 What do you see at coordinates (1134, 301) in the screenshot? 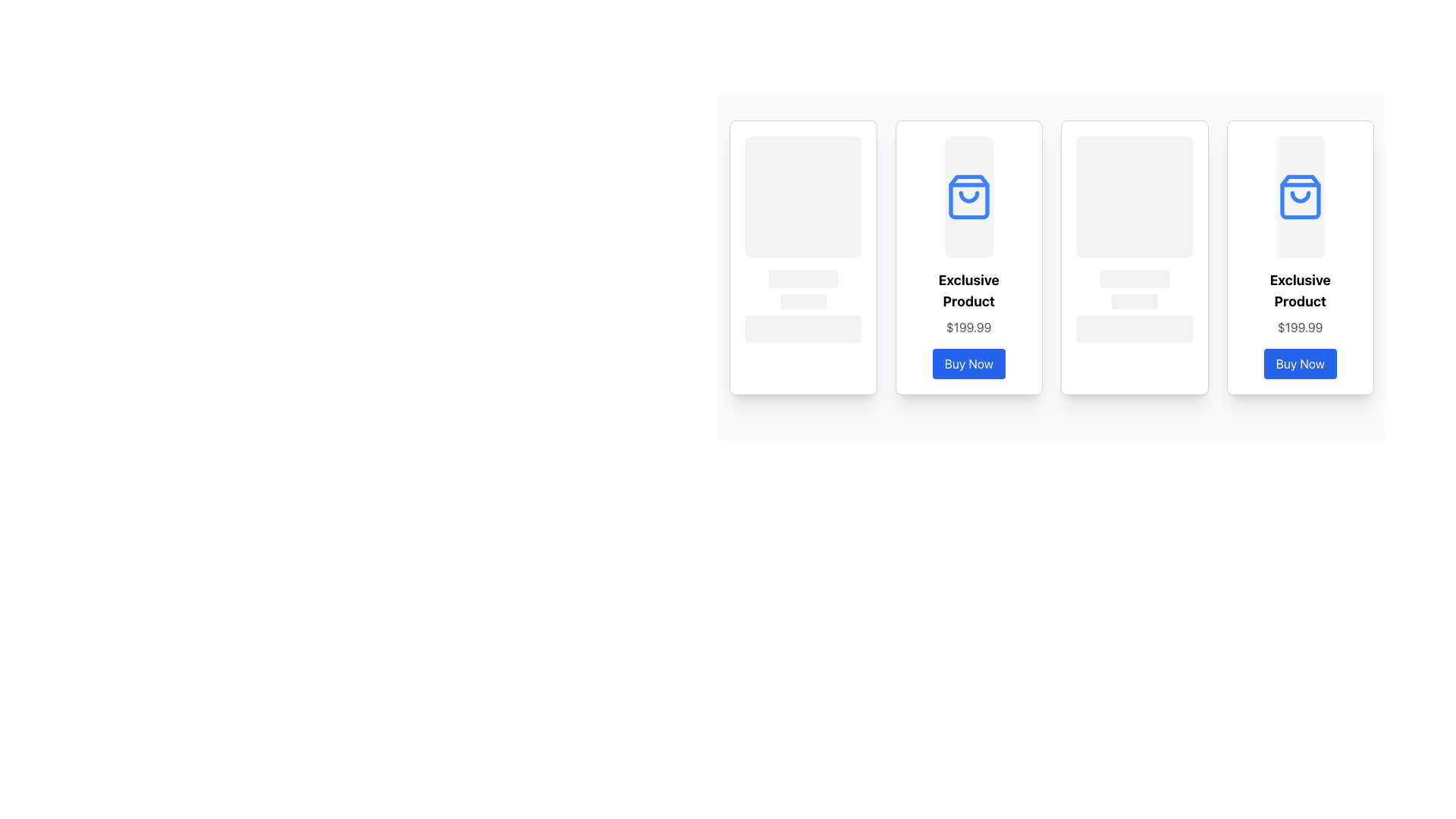
I see `the light gray progress bar with rounded edges located at the bottom of the third card component in a four-card layout` at bounding box center [1134, 301].